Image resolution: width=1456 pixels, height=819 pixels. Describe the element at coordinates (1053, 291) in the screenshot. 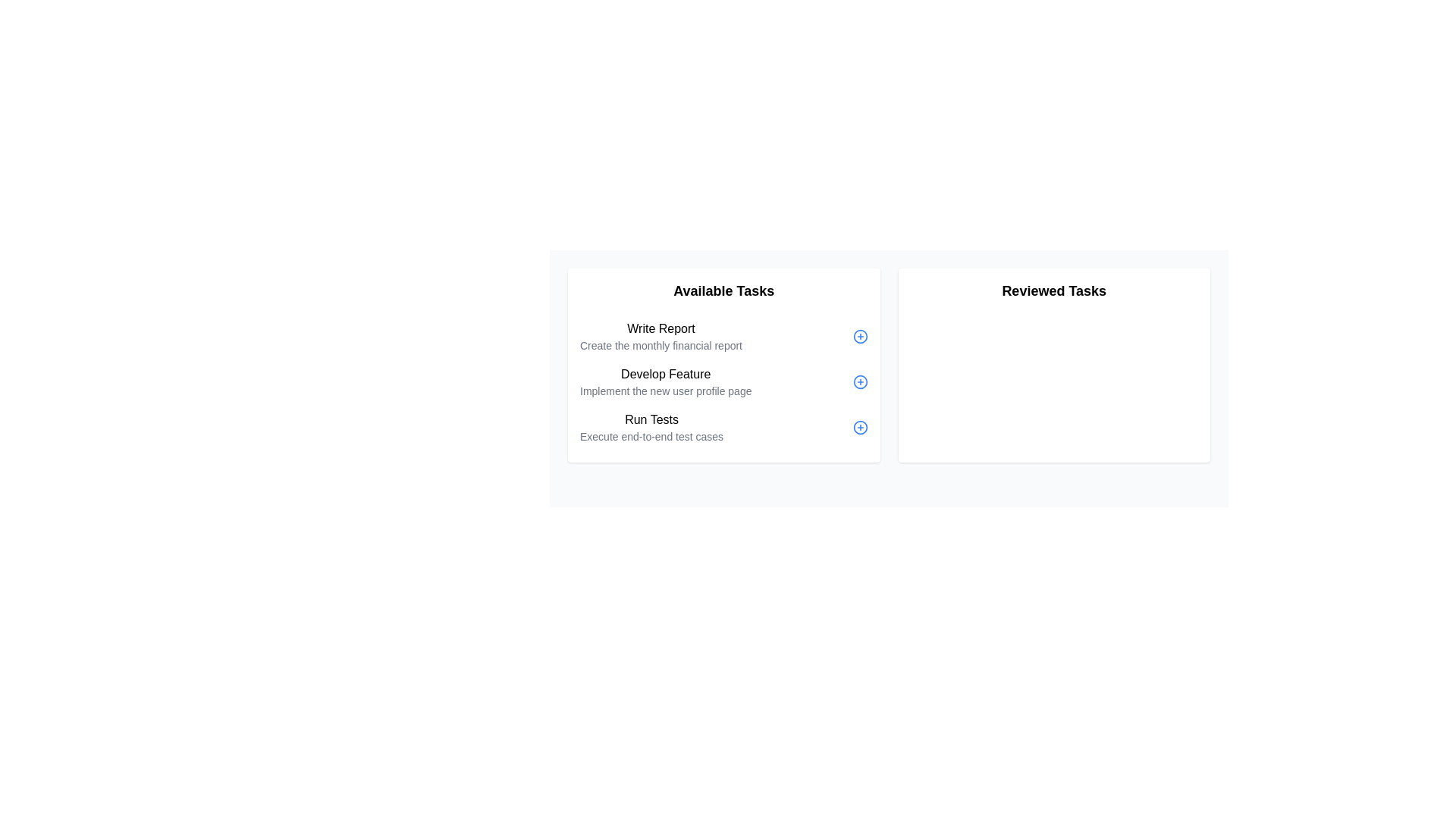

I see `the static text header located at the top of the right-hand section of the interface, which serves as a title for the associated content below it` at that location.